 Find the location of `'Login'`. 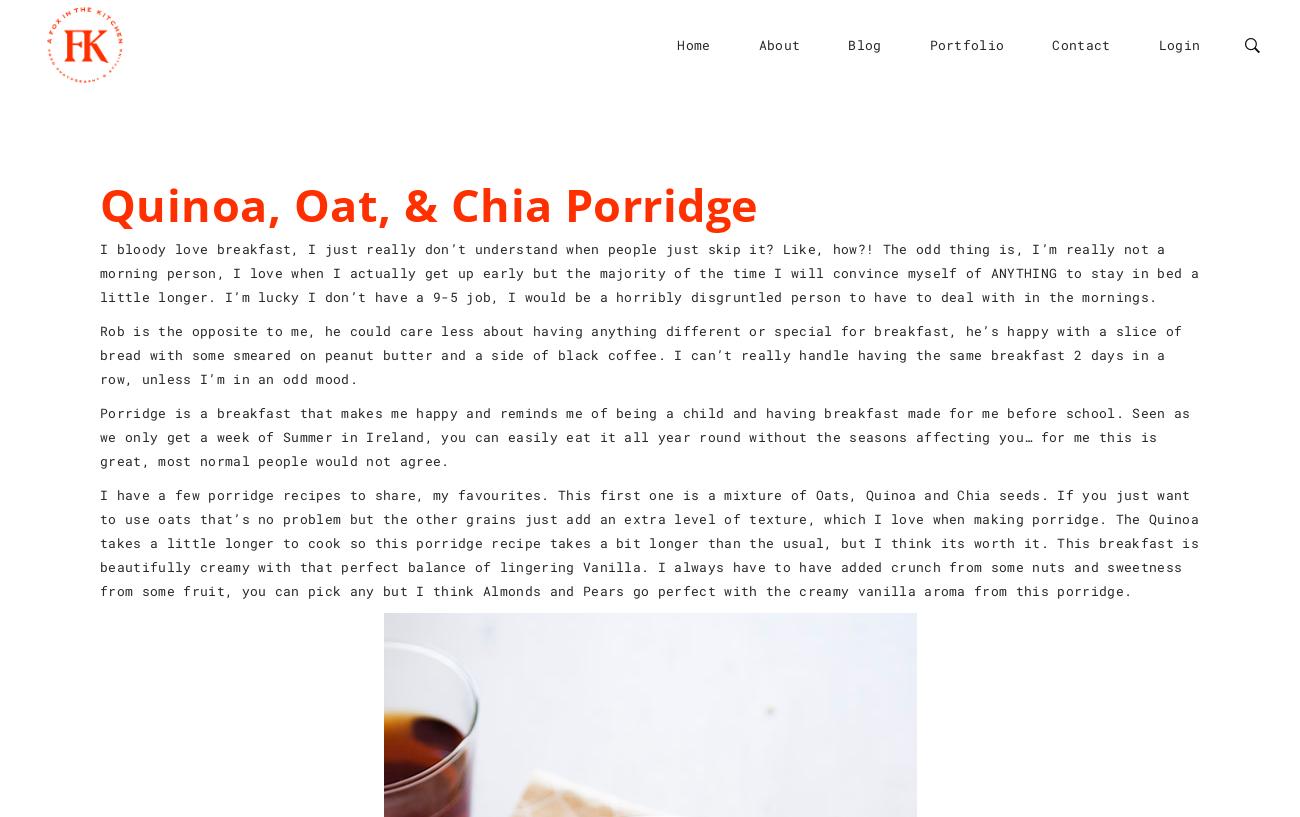

'Login' is located at coordinates (1178, 43).